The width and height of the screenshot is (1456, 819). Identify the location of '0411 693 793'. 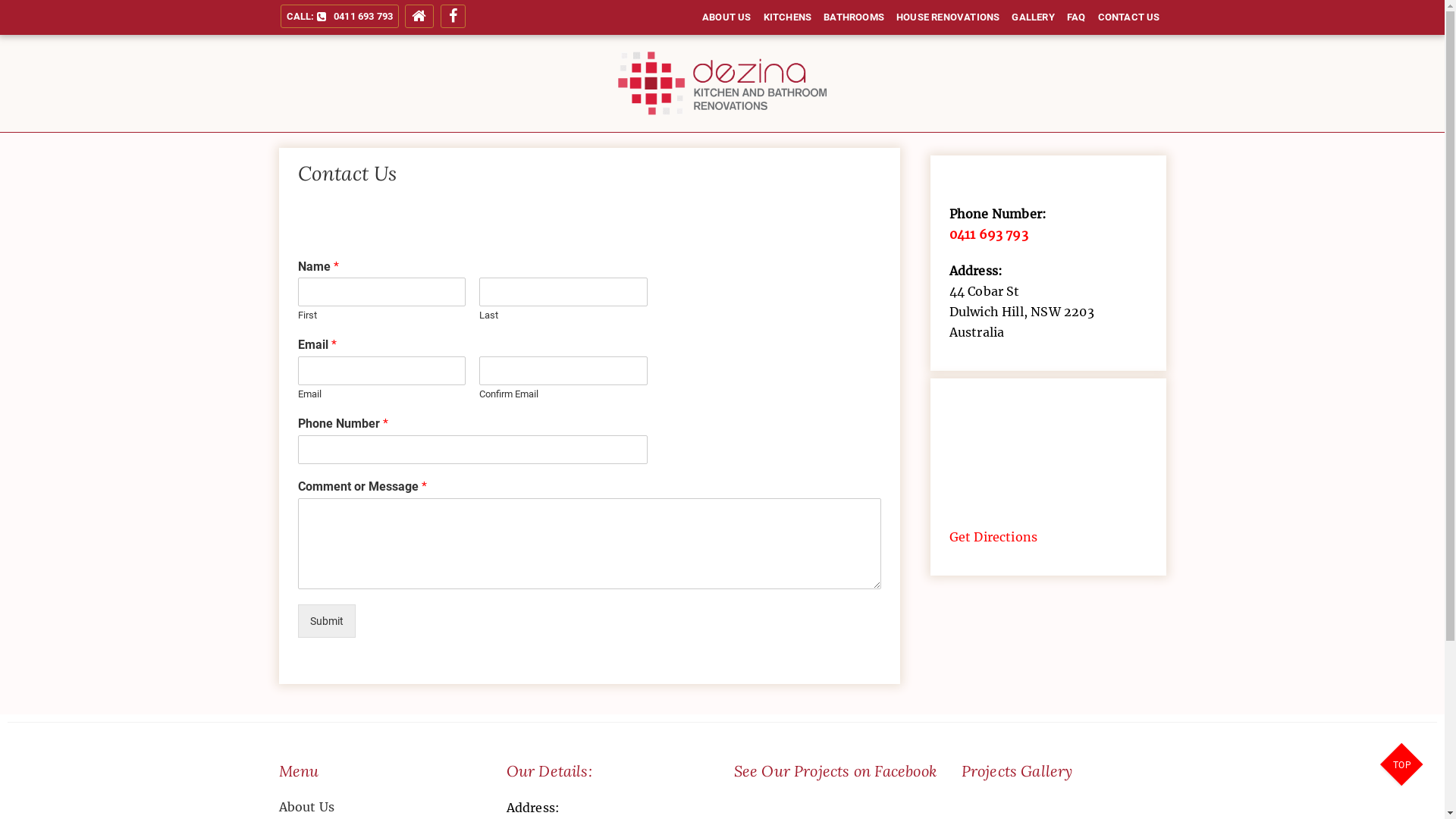
(989, 234).